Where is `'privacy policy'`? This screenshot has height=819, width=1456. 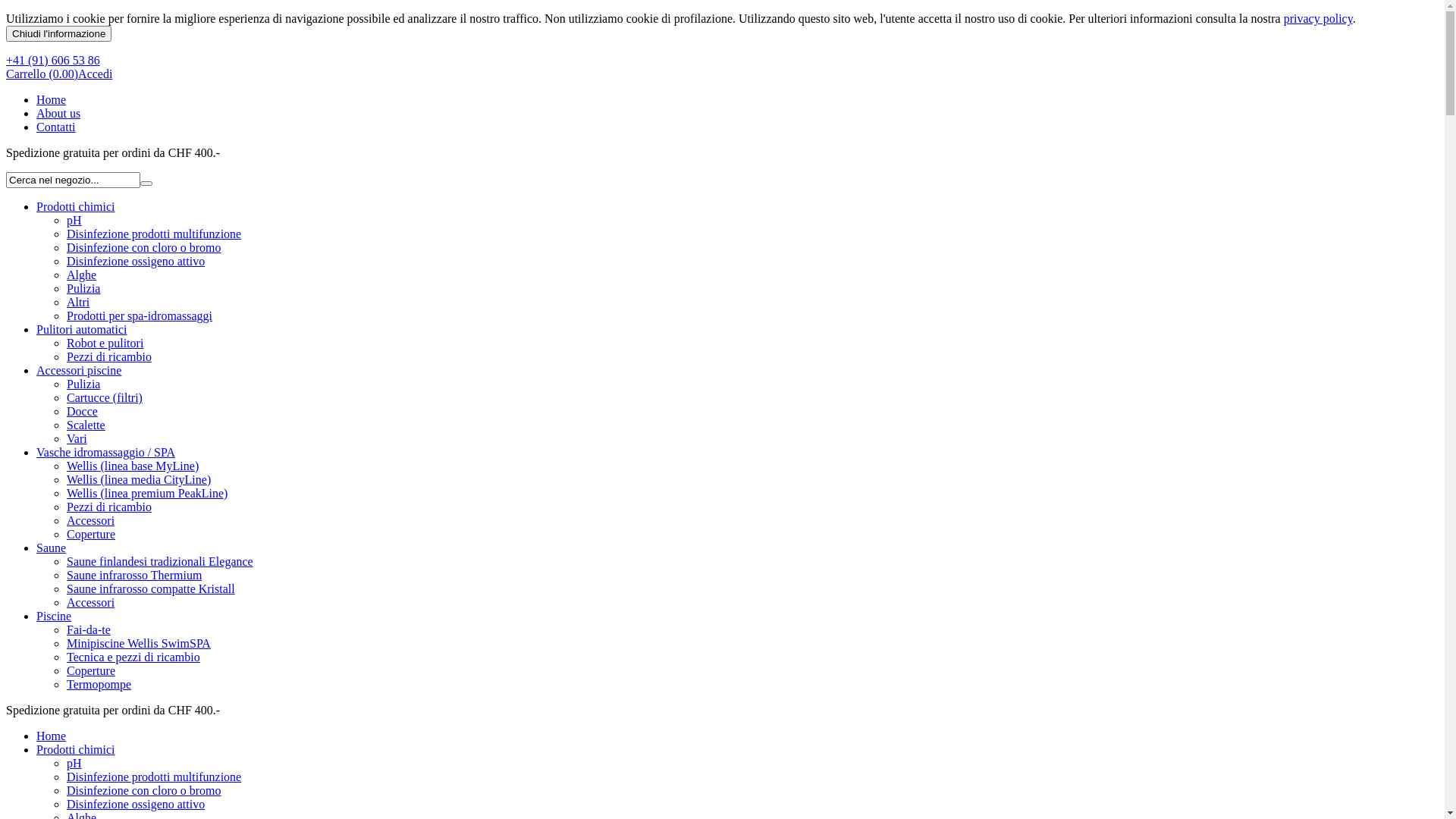 'privacy policy' is located at coordinates (1317, 18).